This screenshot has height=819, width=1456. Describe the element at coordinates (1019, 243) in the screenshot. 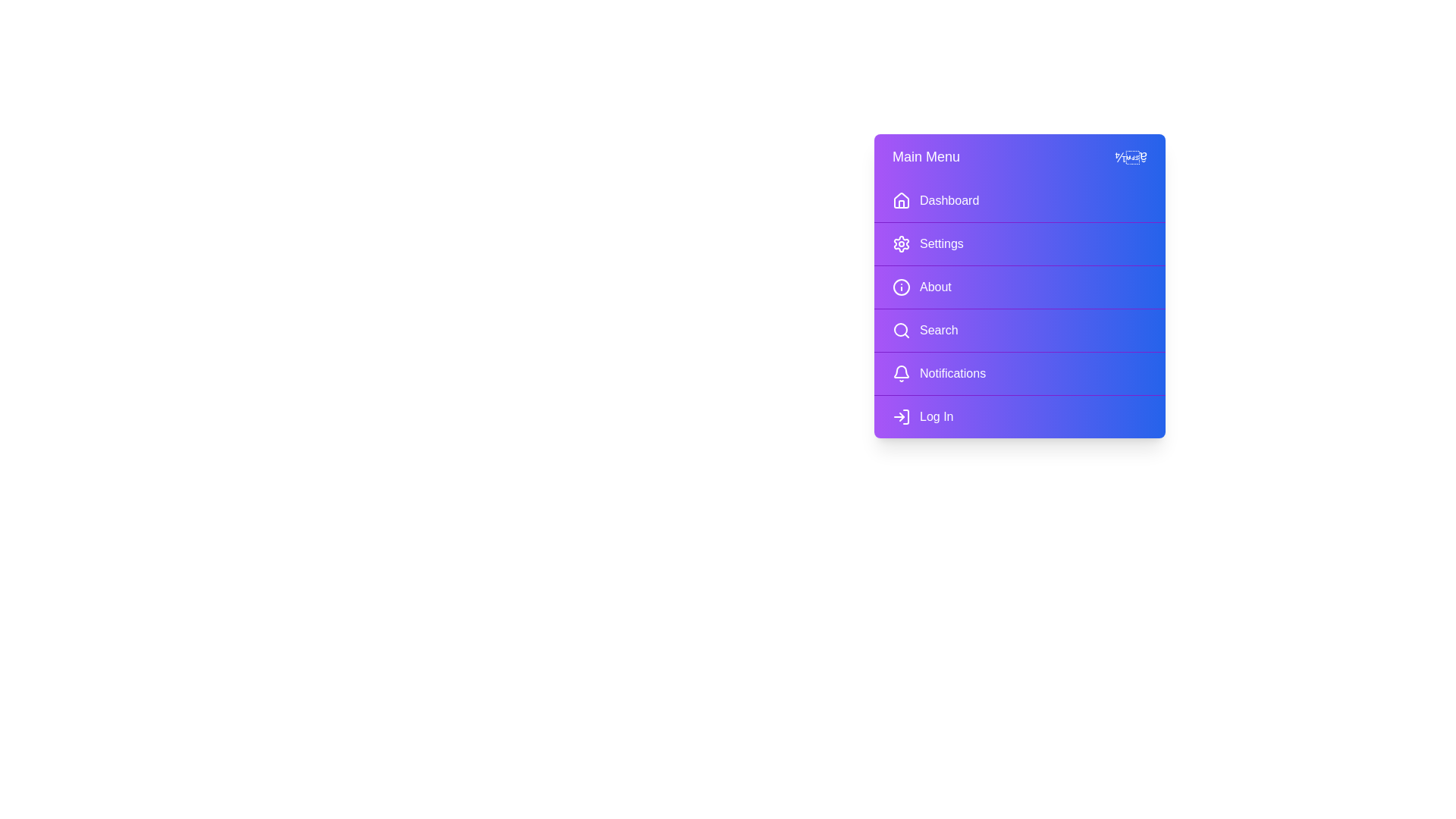

I see `the menu item Settings to navigate` at that location.